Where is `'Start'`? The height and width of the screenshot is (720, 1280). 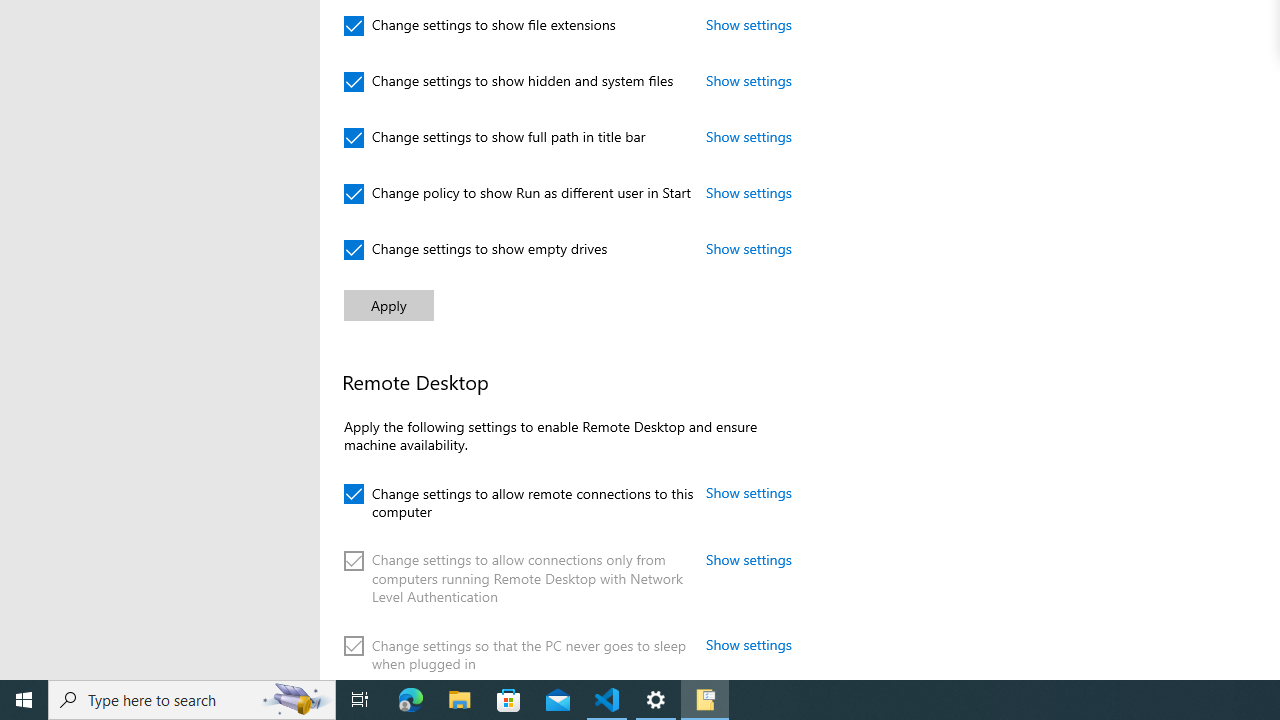 'Start' is located at coordinates (24, 698).